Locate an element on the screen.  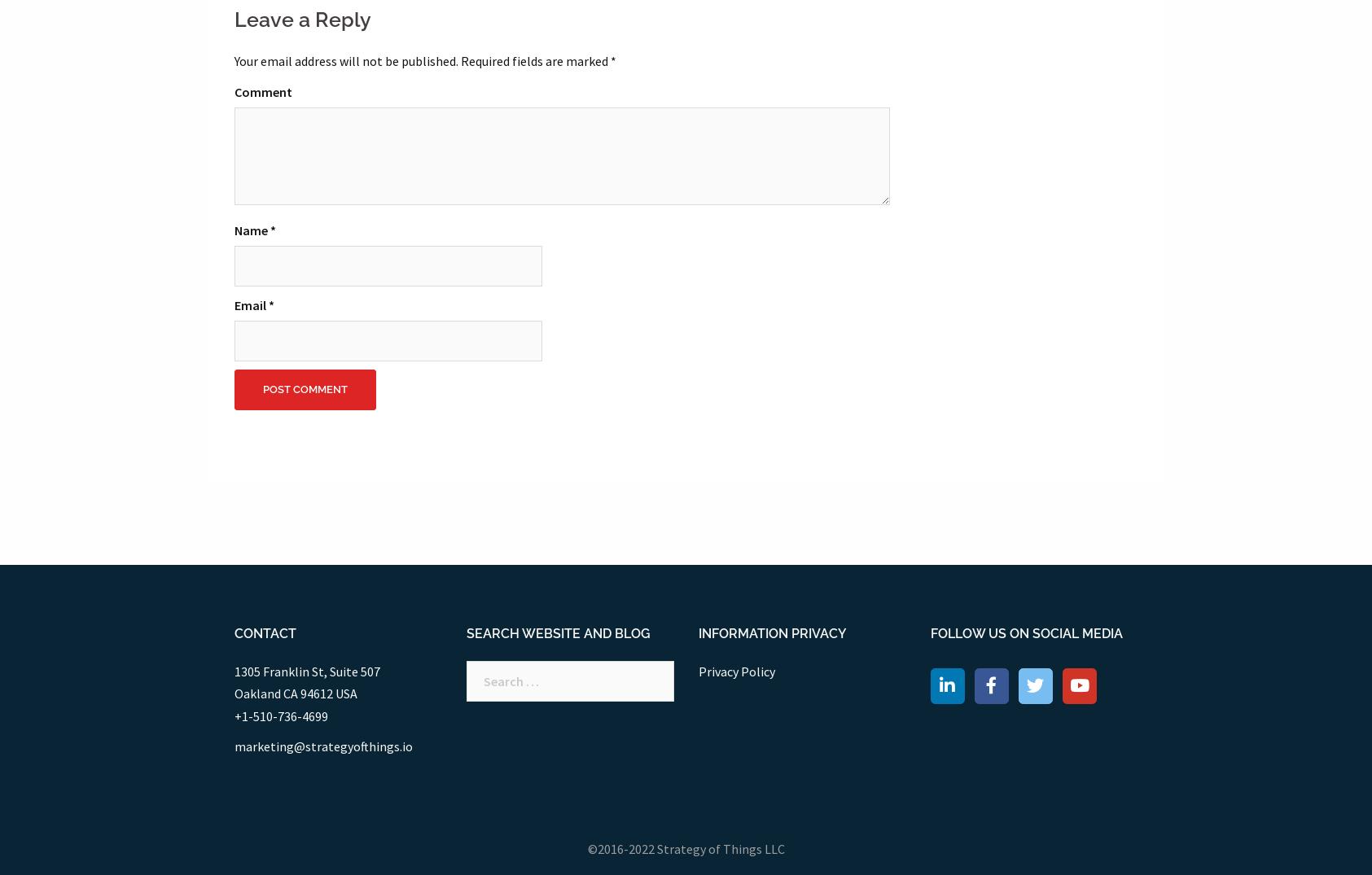
'Oakland CA 94612 USA' is located at coordinates (294, 693).